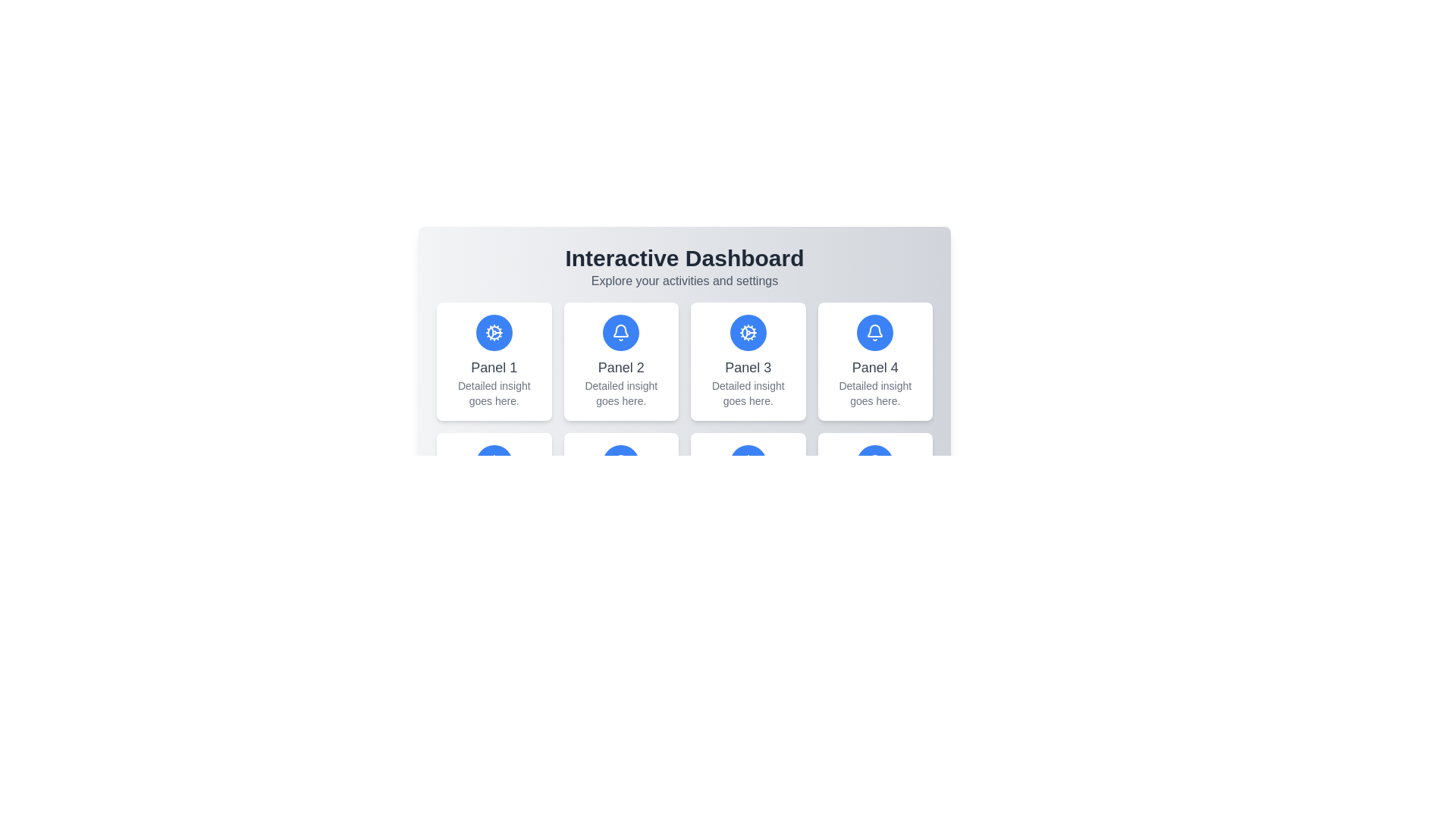 The image size is (1456, 819). Describe the element at coordinates (494, 332) in the screenshot. I see `the Icon Button located at the top-center of 'Panel 1', which serves as a visual anchor for accessing settings or configurations` at that location.